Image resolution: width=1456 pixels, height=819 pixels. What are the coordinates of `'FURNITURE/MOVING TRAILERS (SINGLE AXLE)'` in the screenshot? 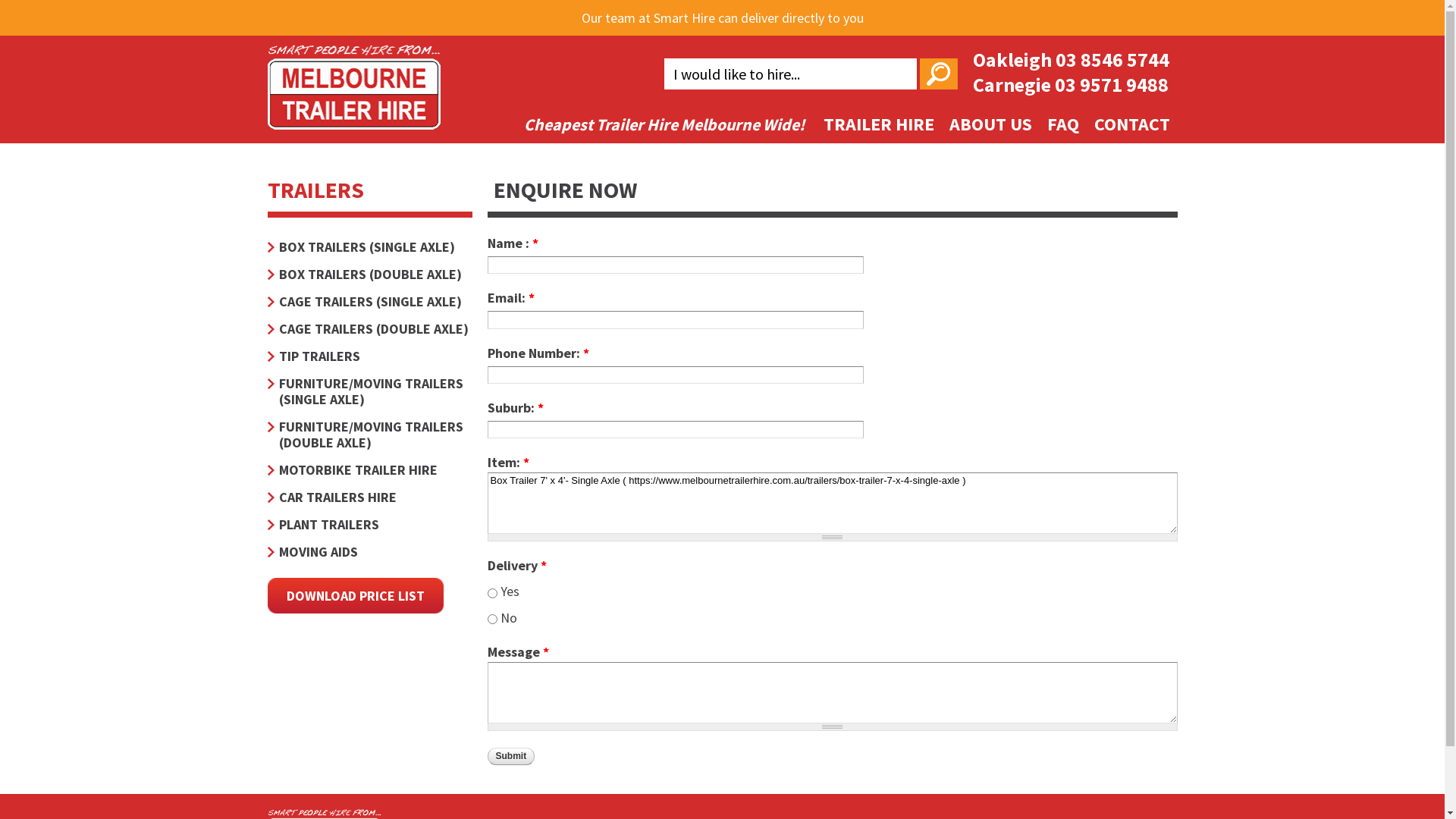 It's located at (369, 391).